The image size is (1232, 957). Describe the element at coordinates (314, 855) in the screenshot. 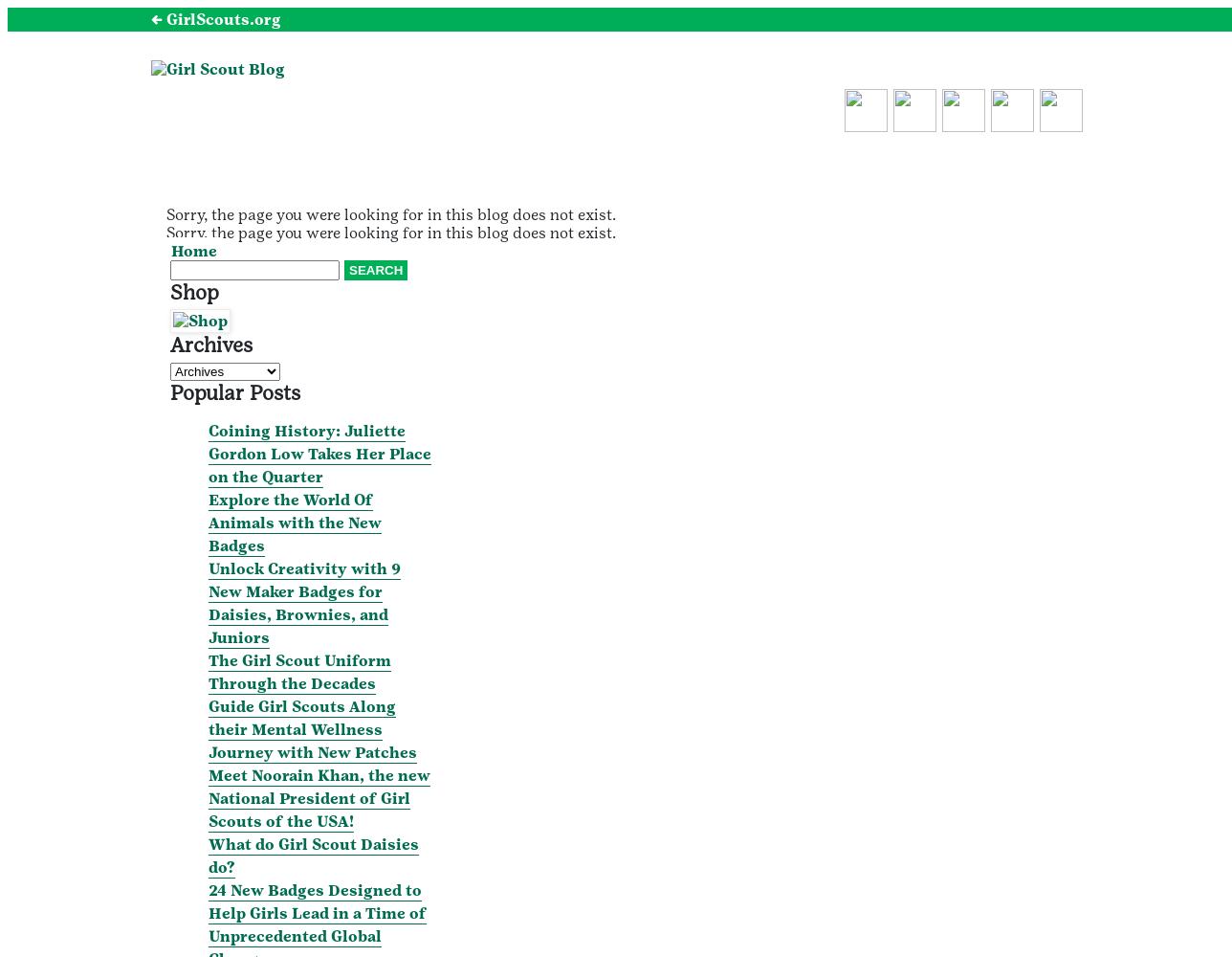

I see `'What do Girl Scout Daisies do?'` at that location.